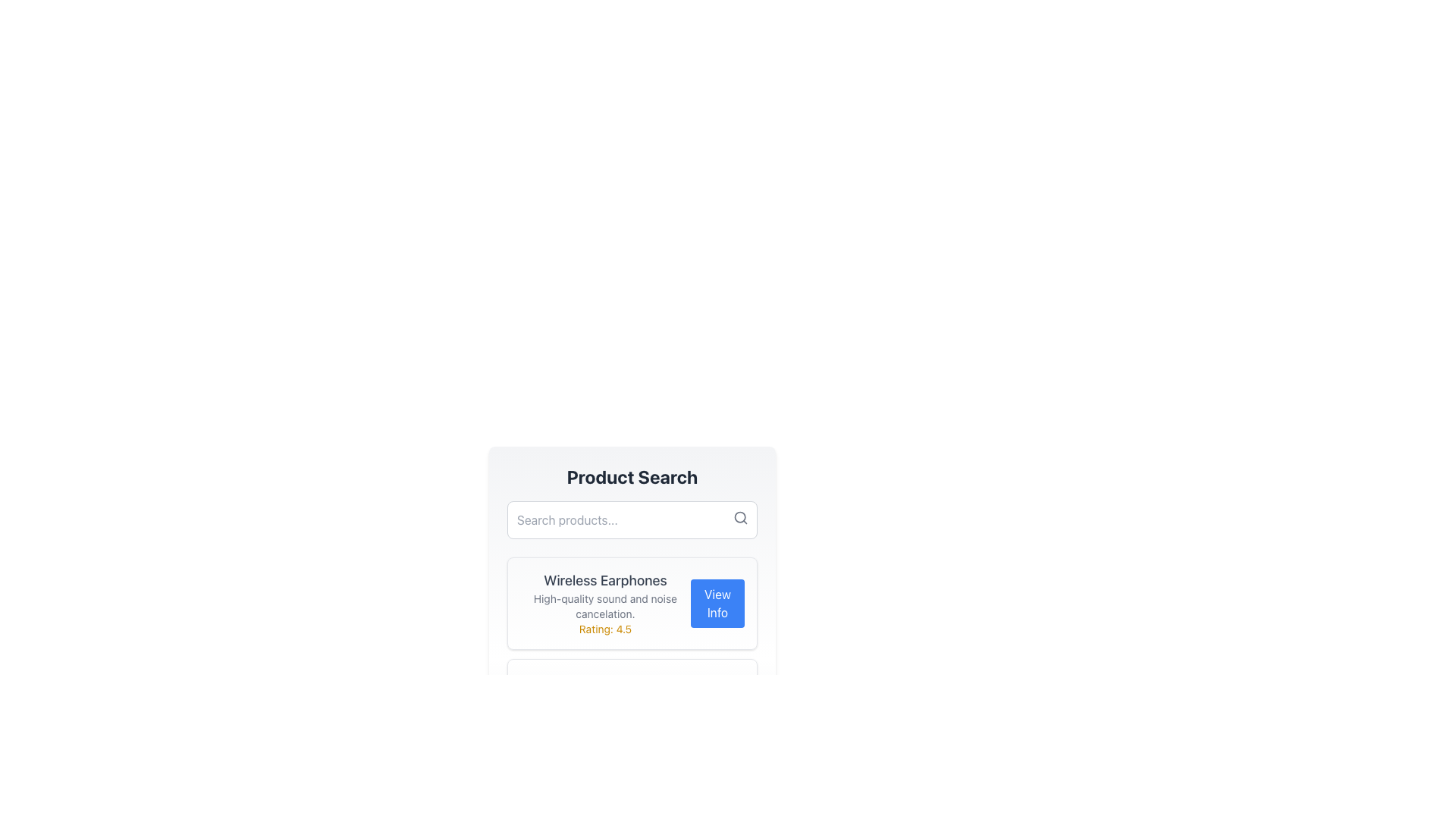 This screenshot has width=1456, height=819. What do you see at coordinates (740, 516) in the screenshot?
I see `the SVG circle that represents the search icon located at the right end of the search bar` at bounding box center [740, 516].